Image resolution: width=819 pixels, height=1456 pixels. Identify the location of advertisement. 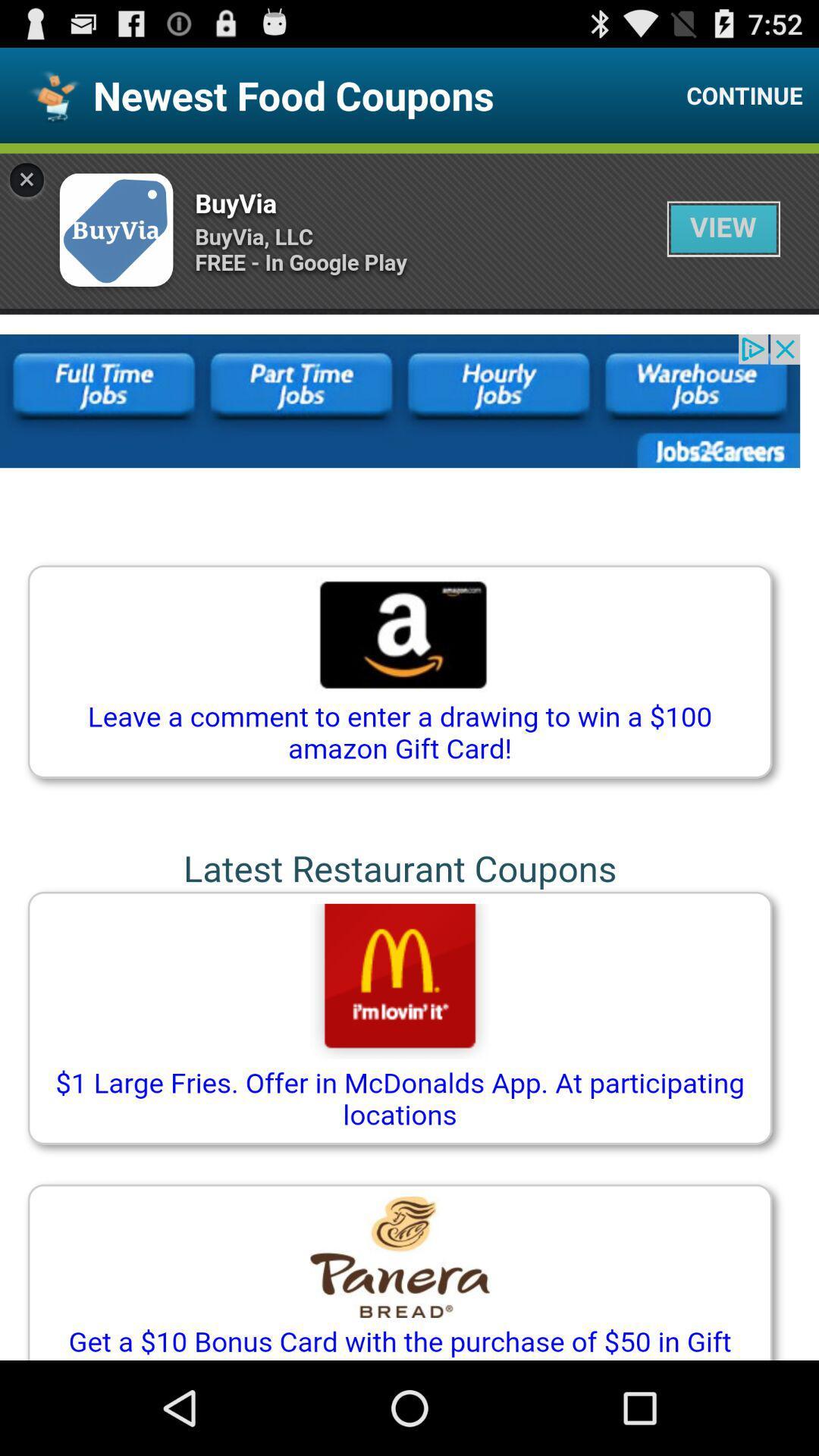
(409, 752).